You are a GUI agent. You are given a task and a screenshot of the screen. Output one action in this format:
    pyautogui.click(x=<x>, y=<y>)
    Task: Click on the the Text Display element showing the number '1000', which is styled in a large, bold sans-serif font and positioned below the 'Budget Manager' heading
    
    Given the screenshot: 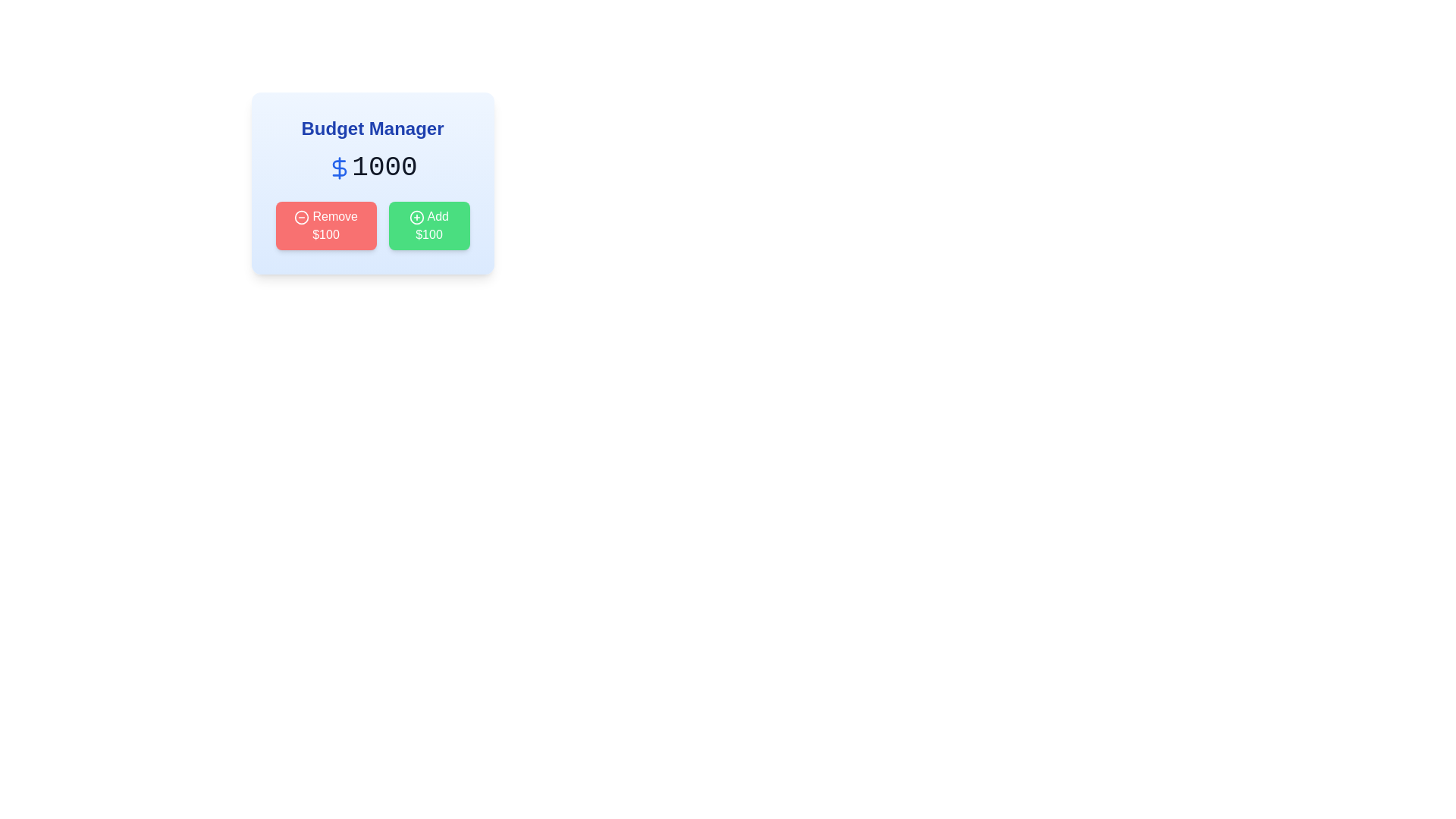 What is the action you would take?
    pyautogui.click(x=372, y=168)
    